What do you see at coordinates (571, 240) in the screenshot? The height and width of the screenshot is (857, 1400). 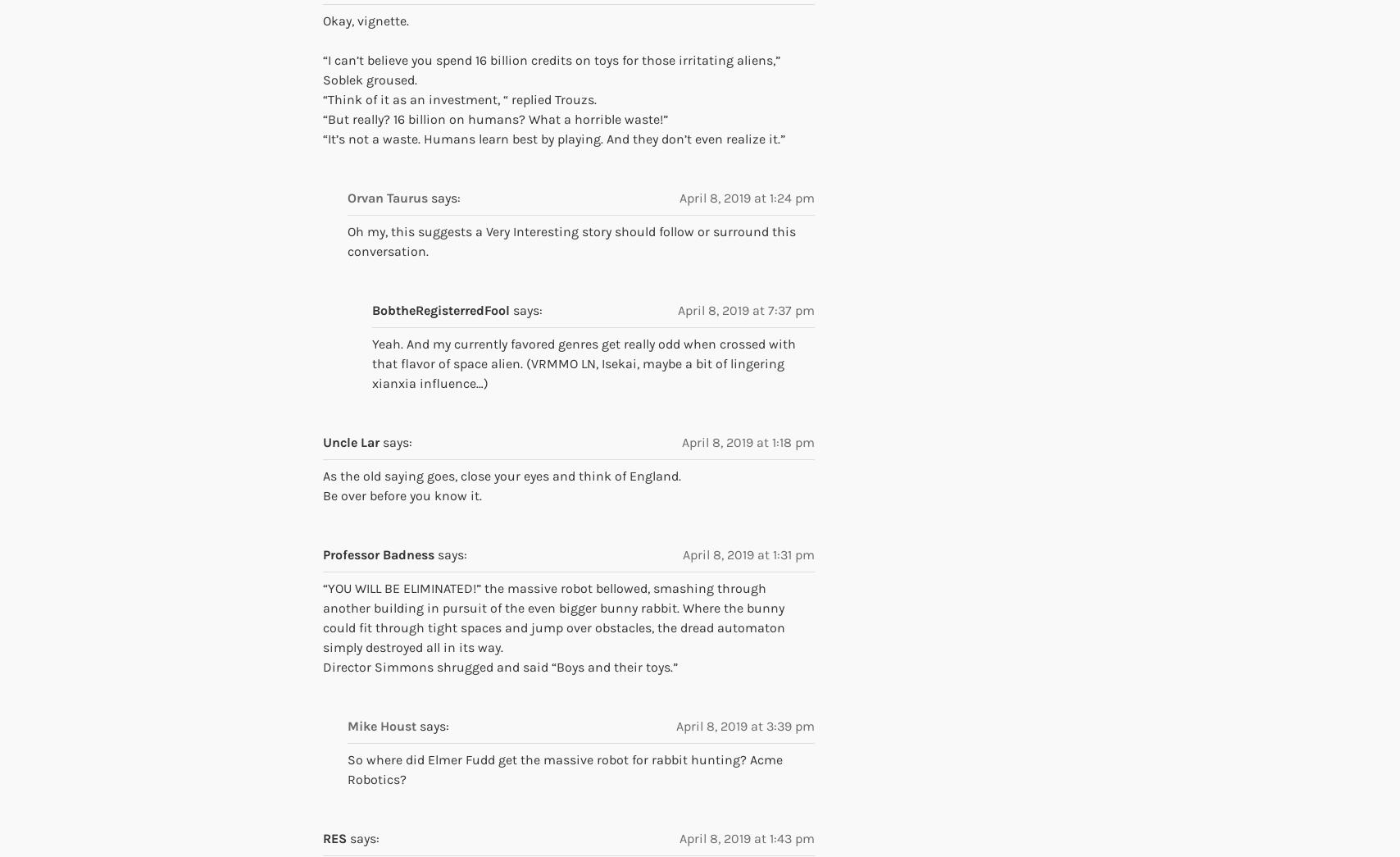 I see `'Oh my, this suggests a Very Interesting story should follow or surround this conversation.'` at bounding box center [571, 240].